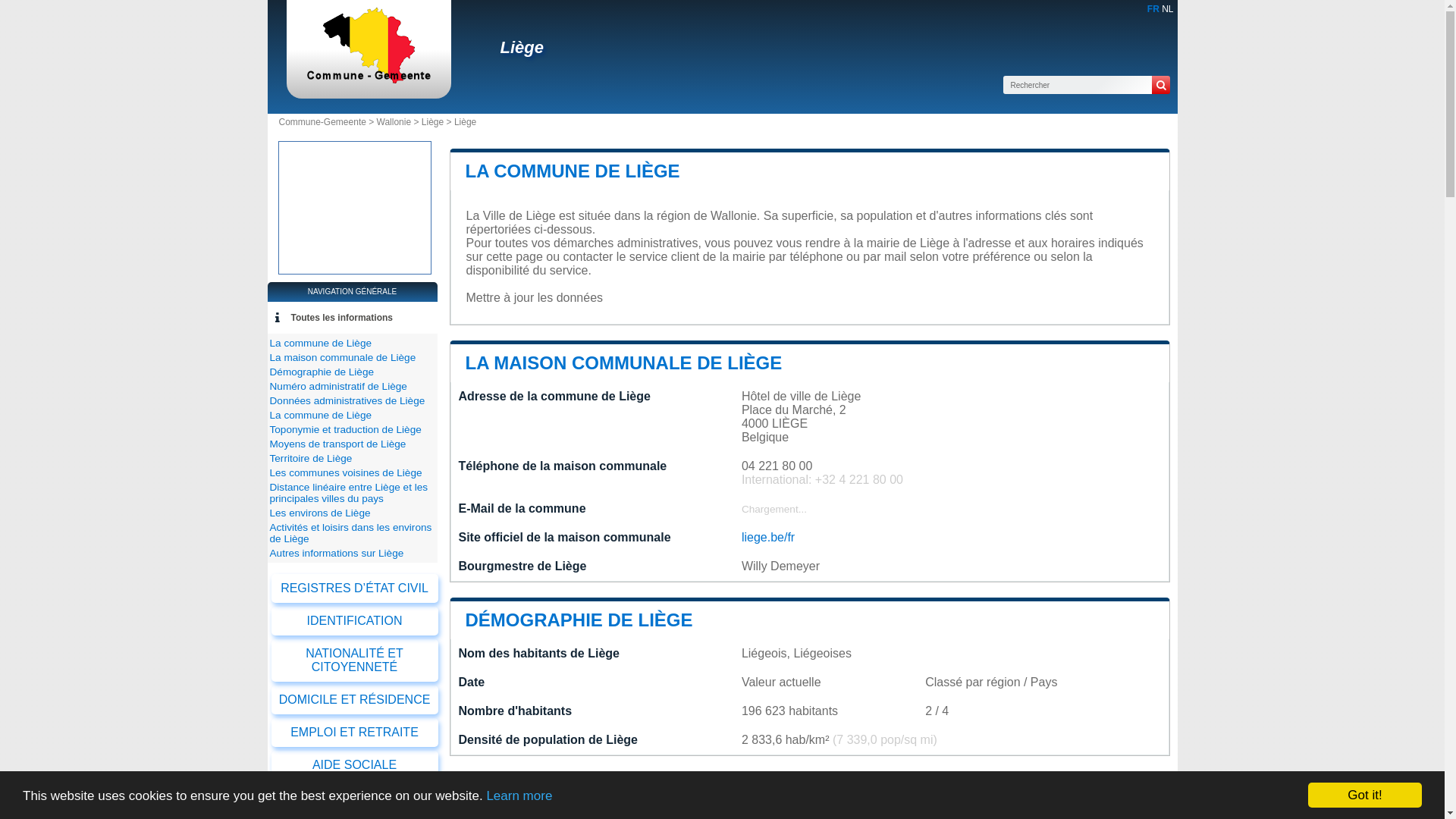  Describe the element at coordinates (742, 536) in the screenshot. I see `'liege.be/fr'` at that location.